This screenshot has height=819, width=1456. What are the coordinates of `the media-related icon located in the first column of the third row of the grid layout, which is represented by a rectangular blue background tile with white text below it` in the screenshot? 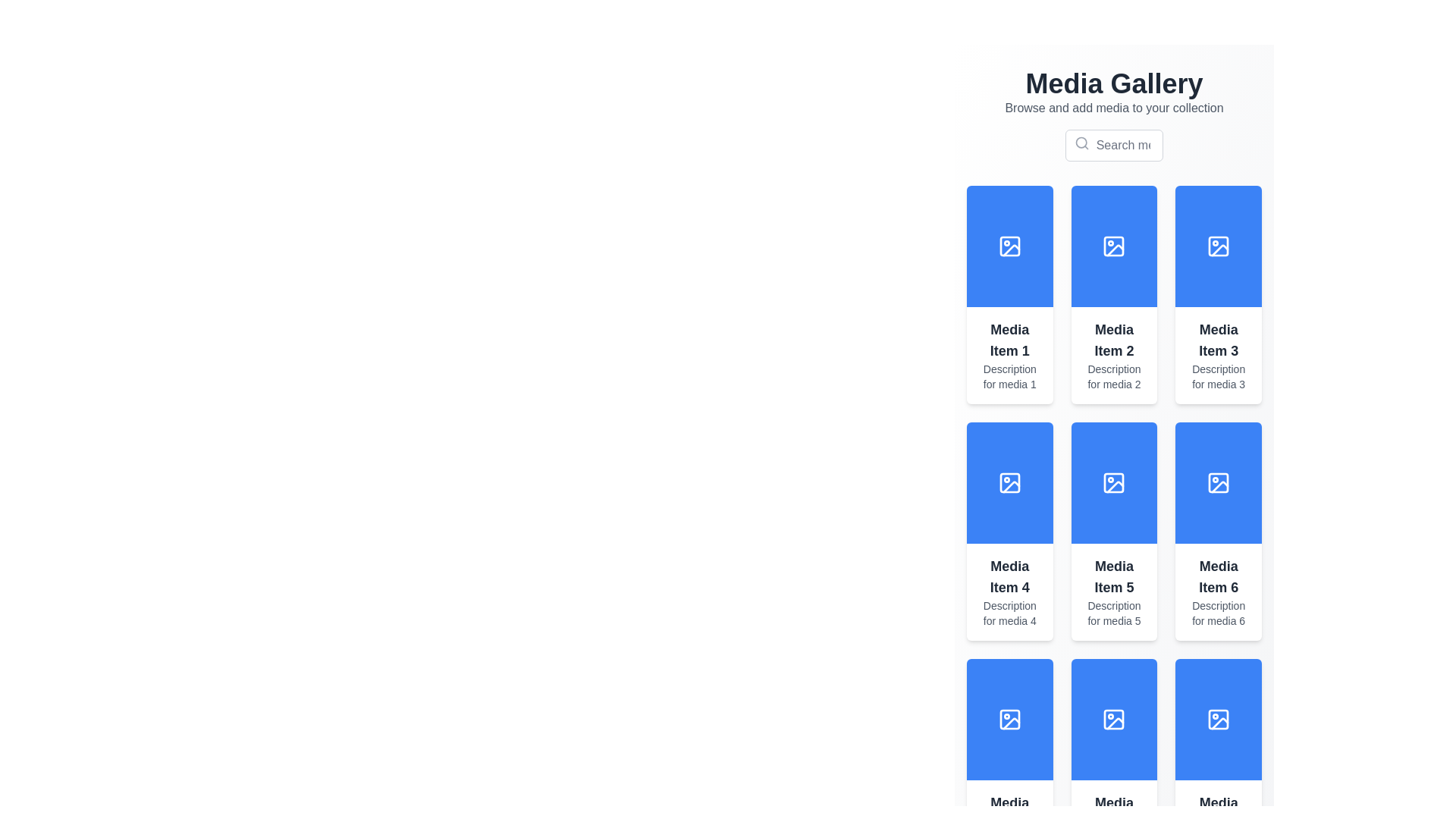 It's located at (1009, 718).